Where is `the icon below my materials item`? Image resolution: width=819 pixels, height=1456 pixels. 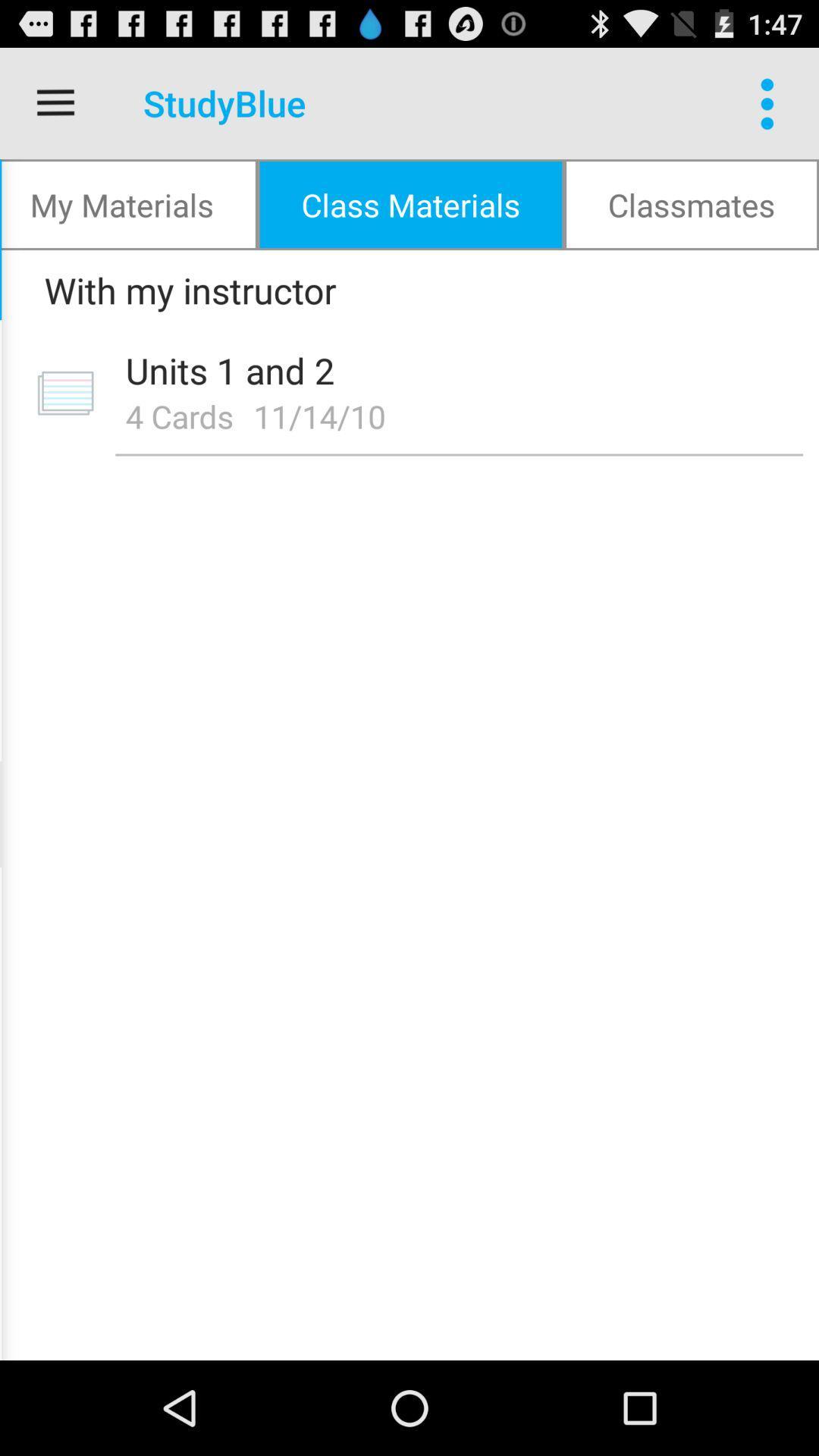
the icon below my materials item is located at coordinates (403, 290).